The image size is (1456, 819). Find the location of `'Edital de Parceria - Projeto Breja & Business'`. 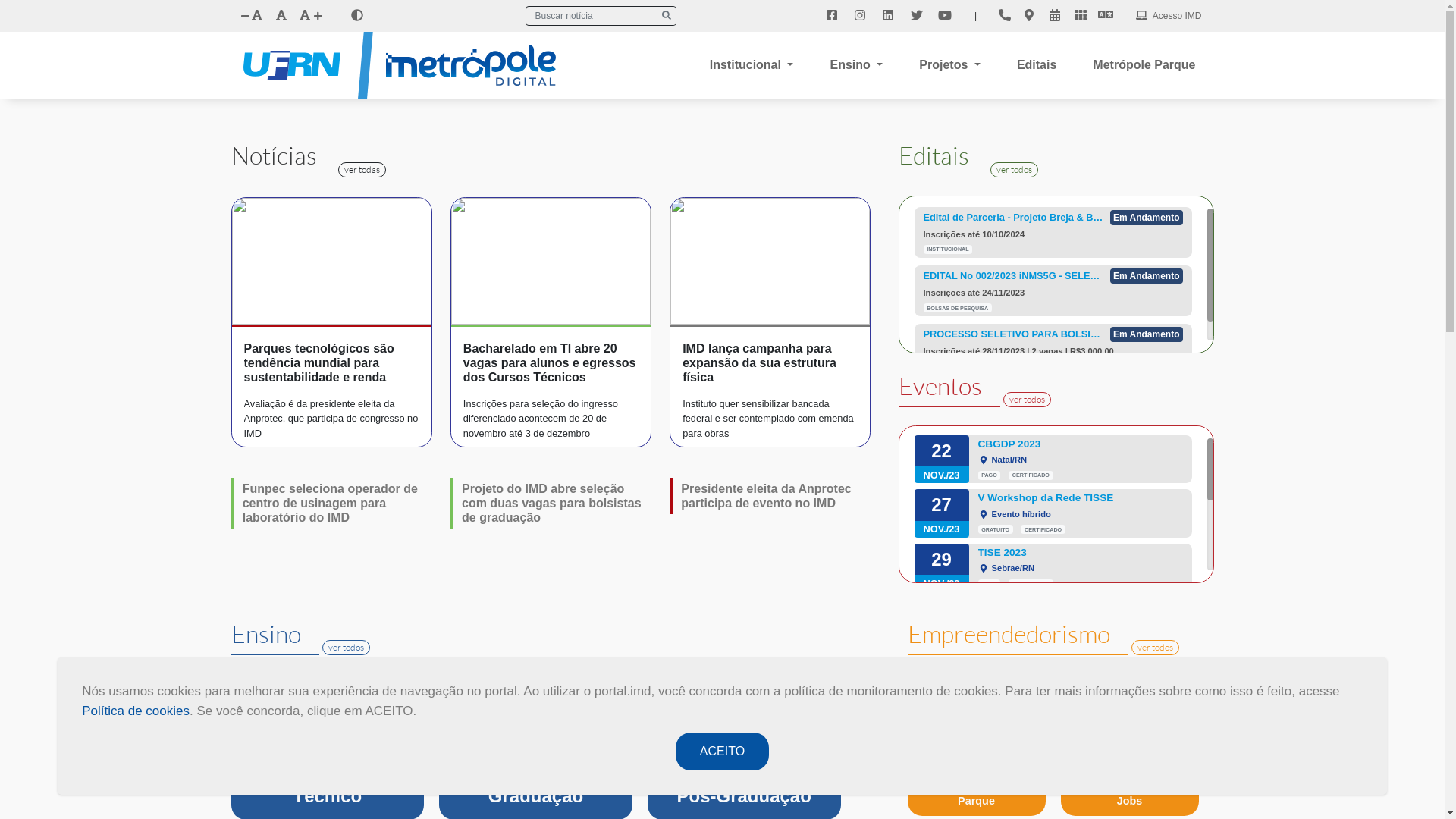

'Edital de Parceria - Projeto Breja & Business' is located at coordinates (1014, 217).